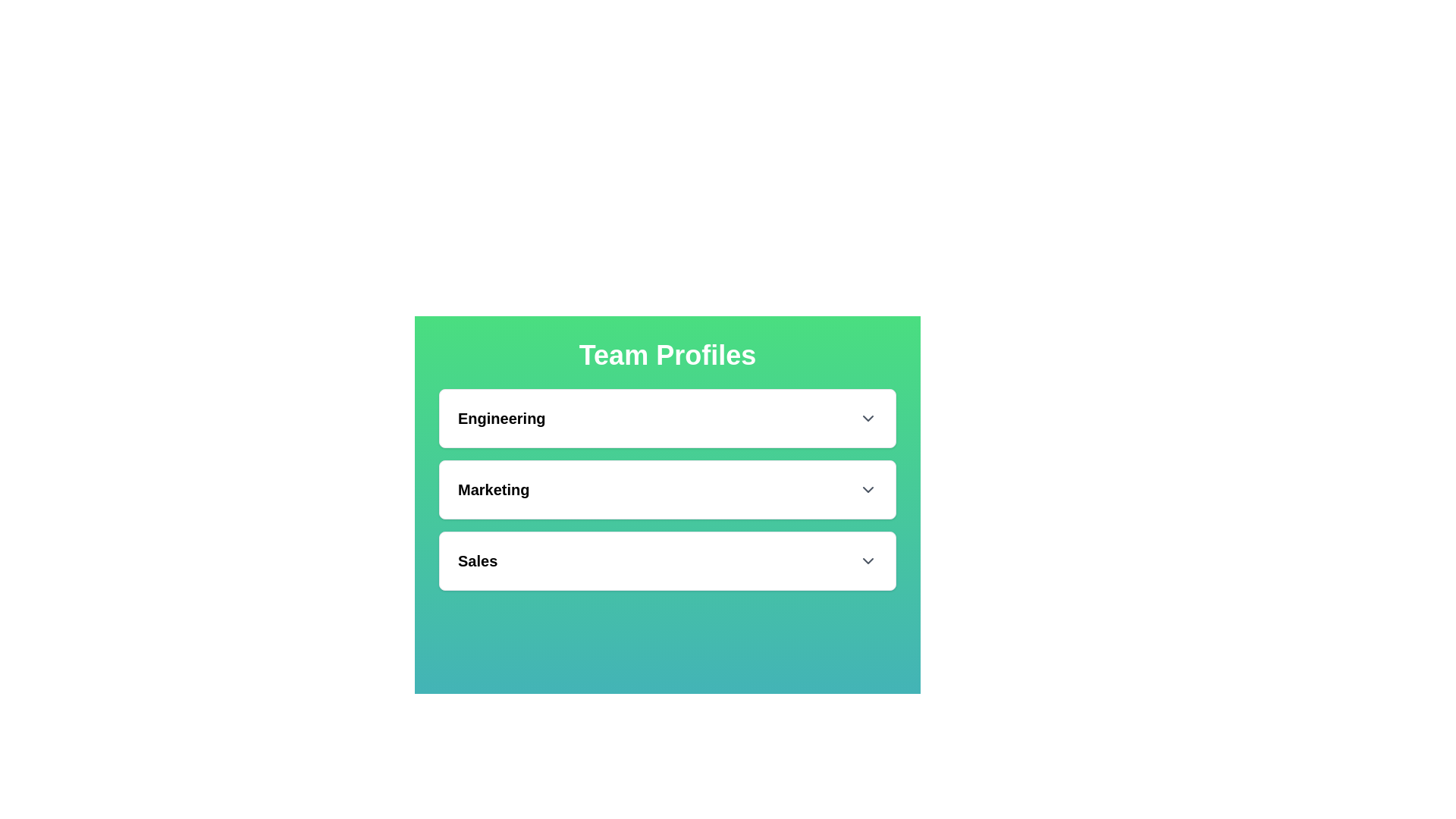 This screenshot has height=819, width=1456. What do you see at coordinates (501, 418) in the screenshot?
I see `the text label displaying 'Engineering' which is a bold, large font component positioned under the 'Team Profiles' title with a green gradient background` at bounding box center [501, 418].